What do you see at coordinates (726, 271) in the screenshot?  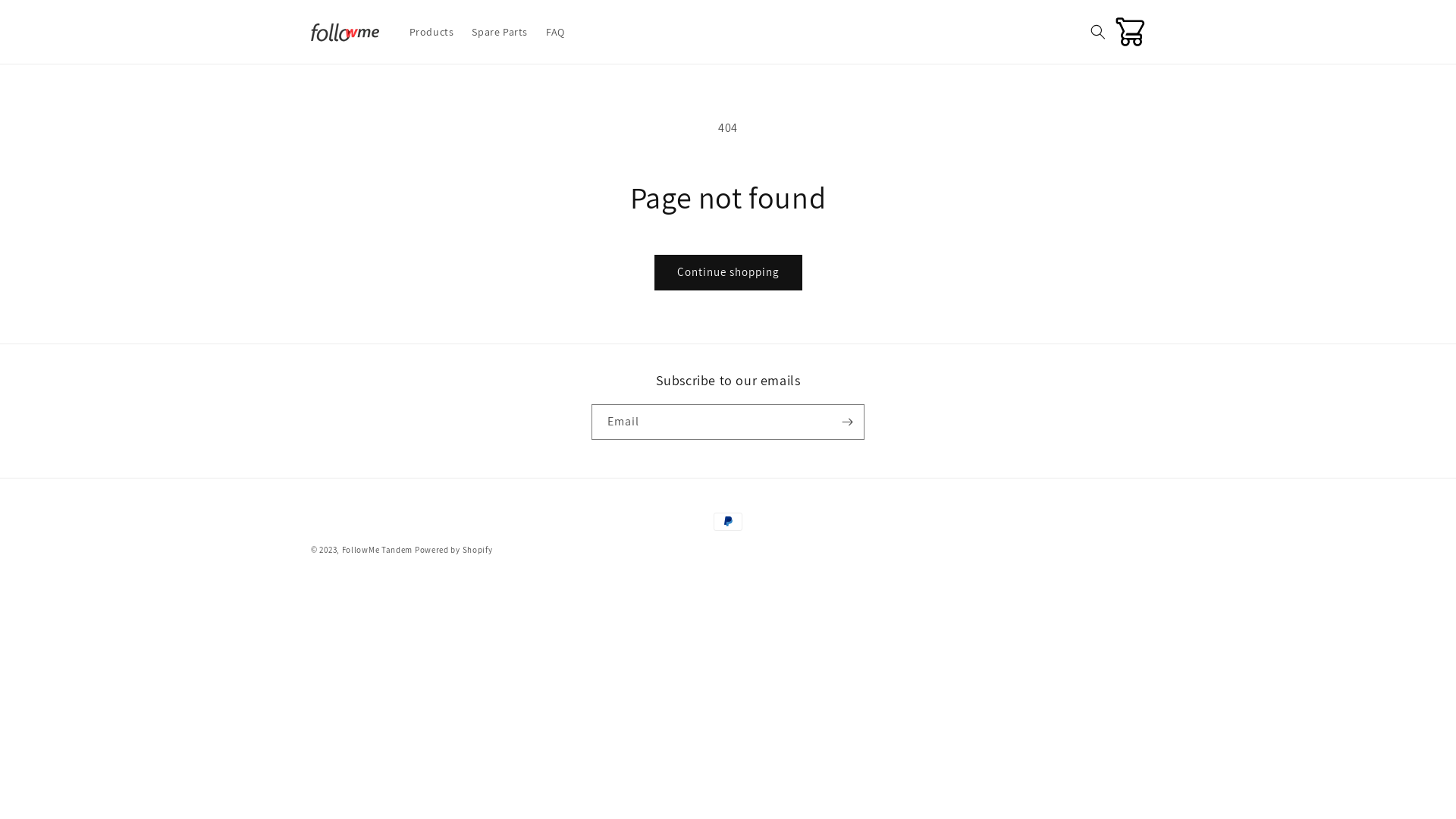 I see `'Continue shopping'` at bounding box center [726, 271].